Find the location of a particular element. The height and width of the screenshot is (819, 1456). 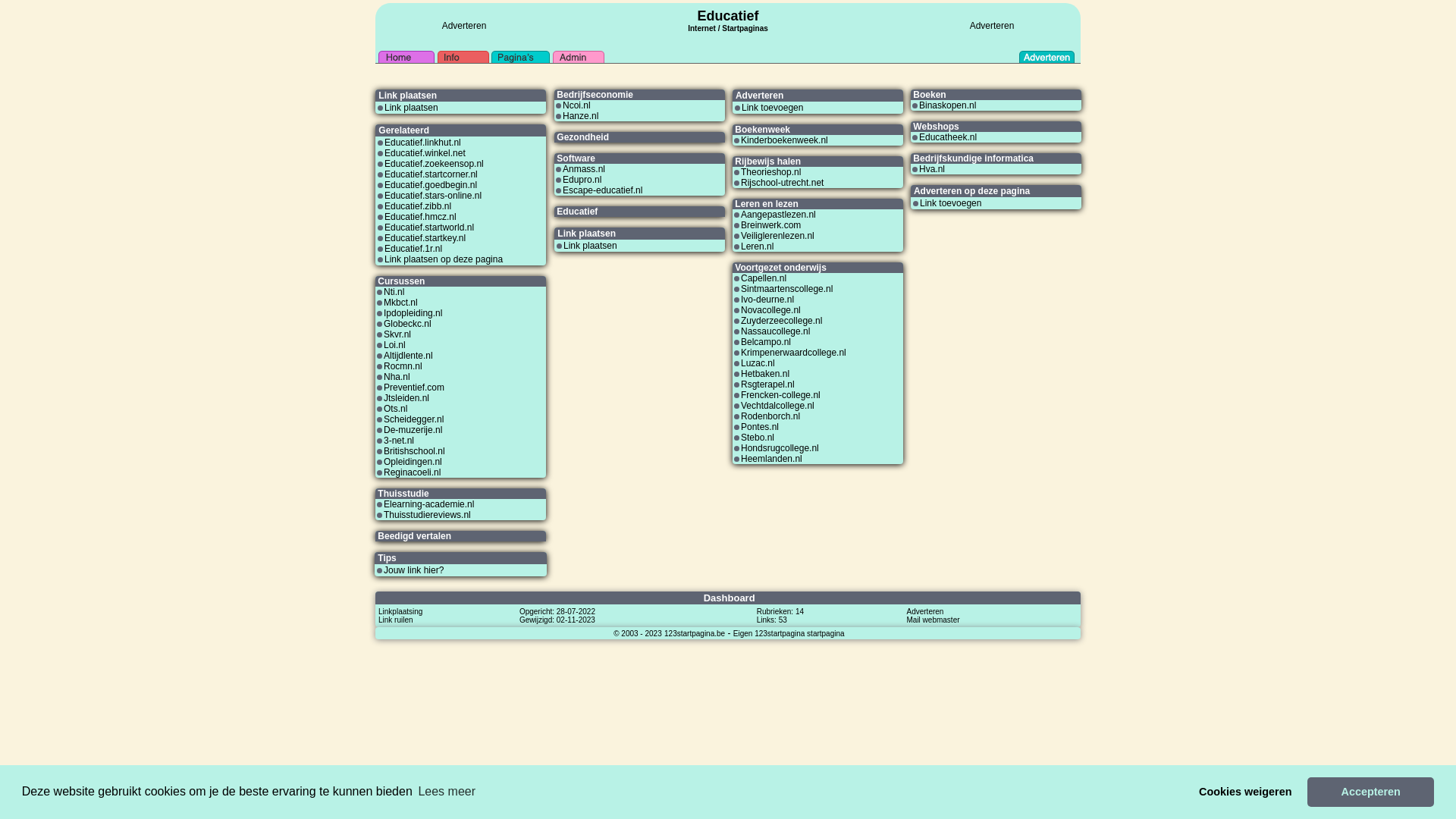

'Link toevoegen' is located at coordinates (949, 202).